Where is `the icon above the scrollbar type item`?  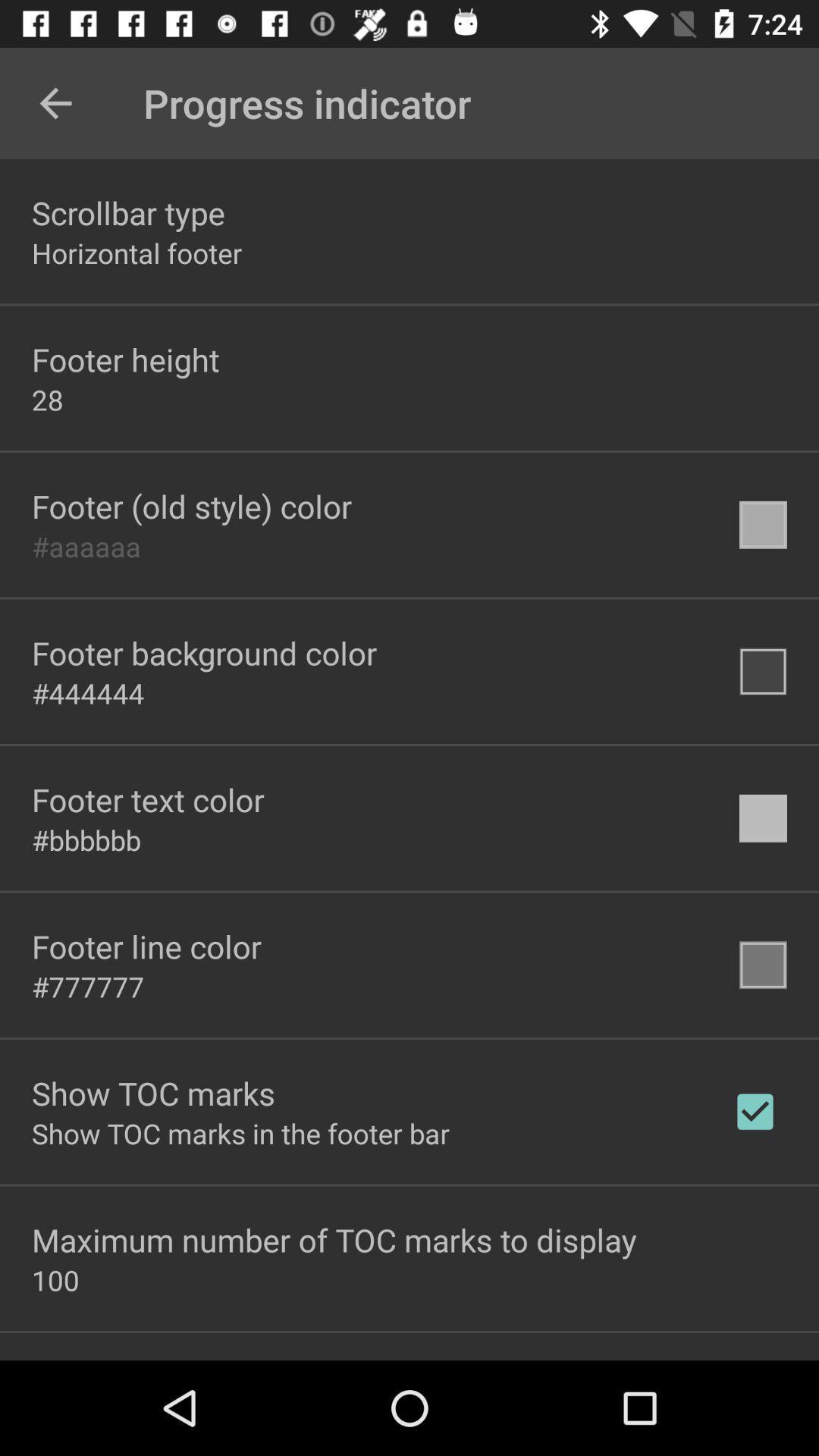 the icon above the scrollbar type item is located at coordinates (55, 102).